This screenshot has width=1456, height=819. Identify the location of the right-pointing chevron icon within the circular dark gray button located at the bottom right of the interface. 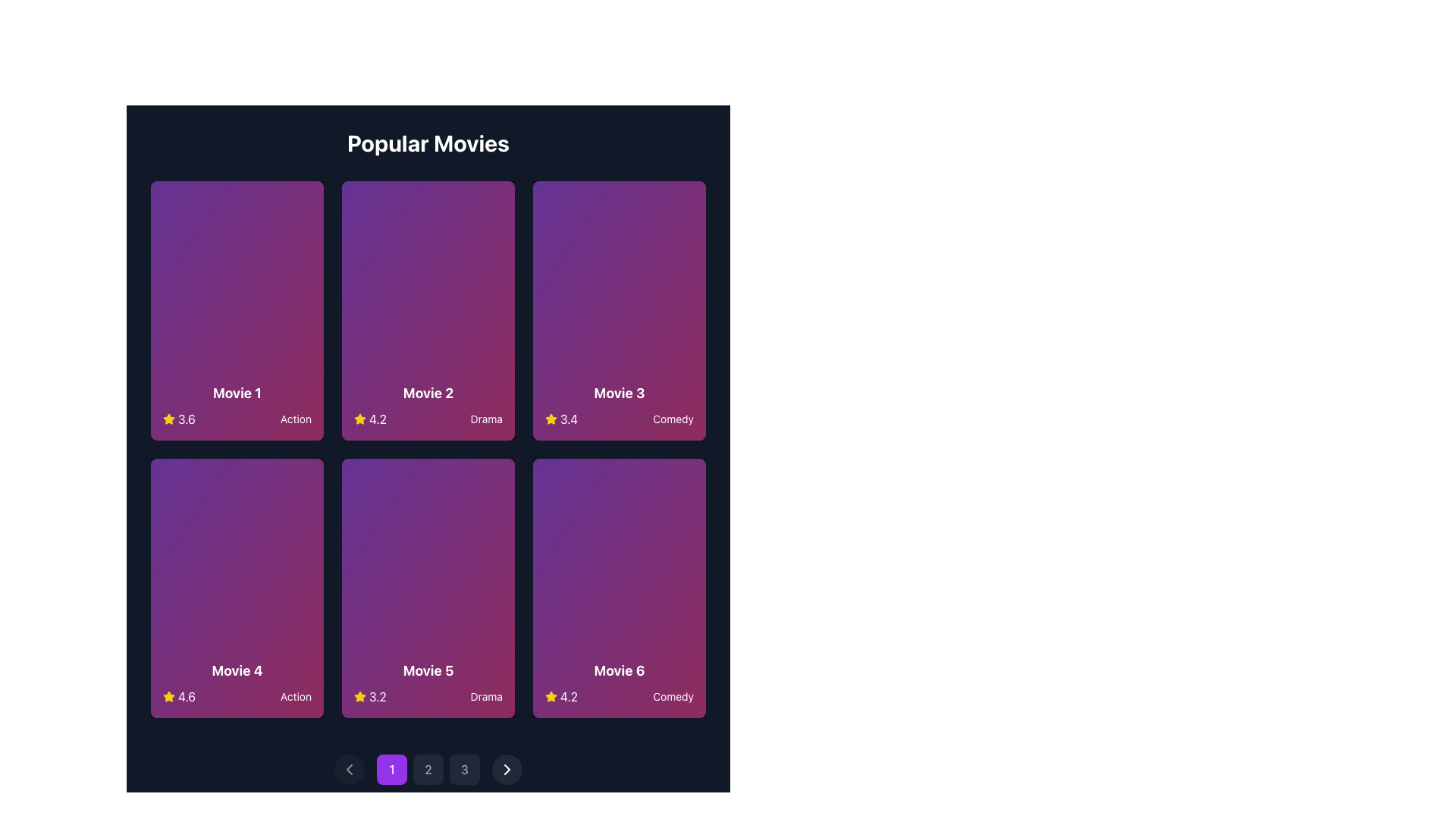
(507, 769).